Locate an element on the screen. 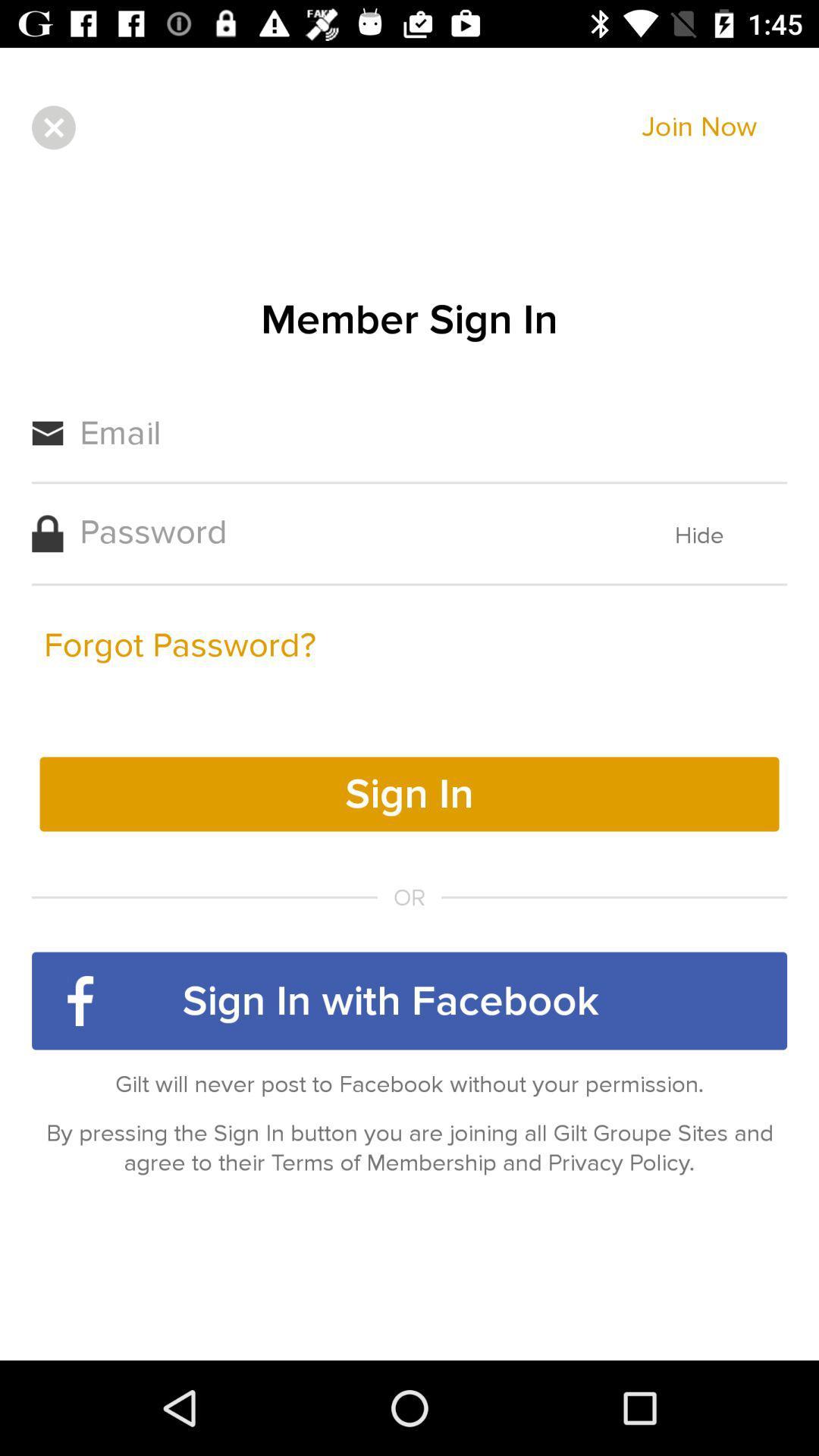 This screenshot has height=1456, width=819. the item to the left of the hide item is located at coordinates (179, 645).